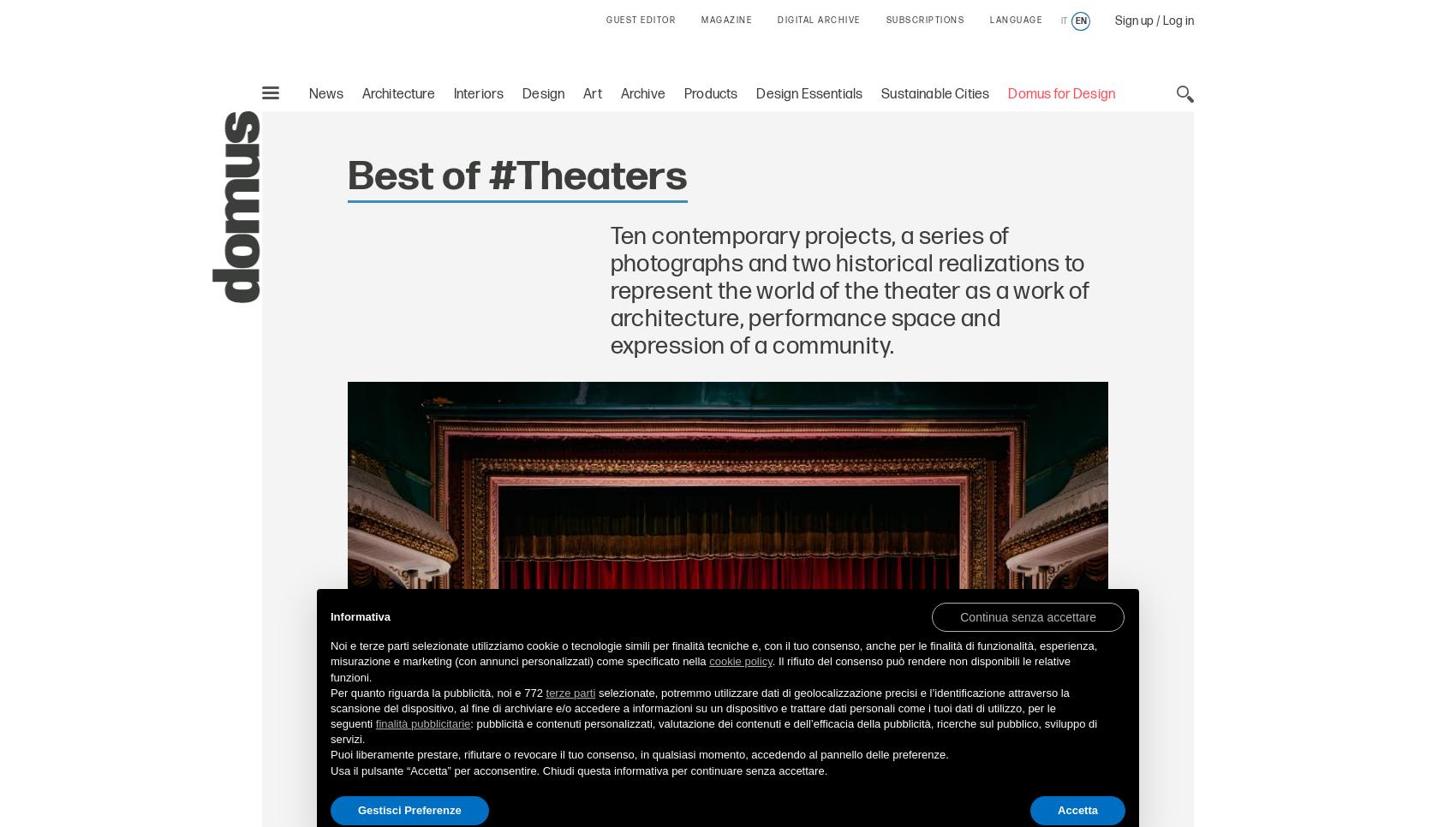 The width and height of the screenshot is (1456, 827). What do you see at coordinates (1060, 93) in the screenshot?
I see `'Domus for Design'` at bounding box center [1060, 93].